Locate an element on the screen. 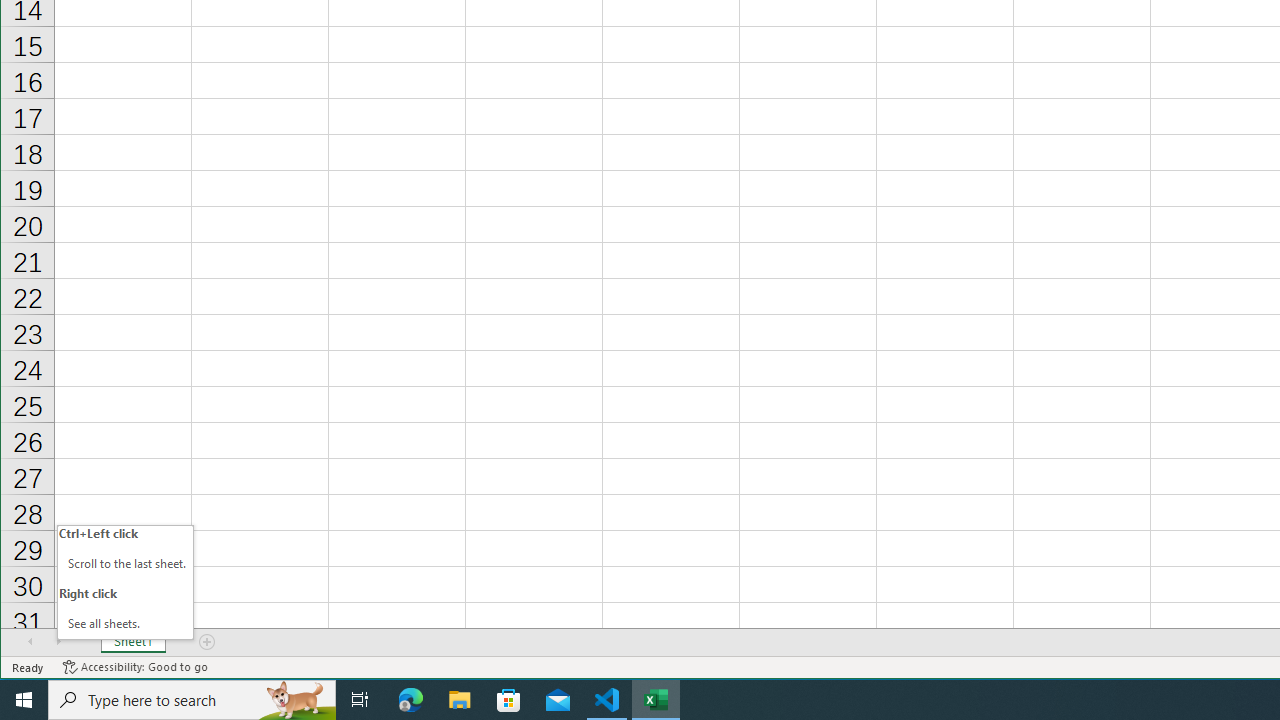 The width and height of the screenshot is (1280, 720). 'File Explorer' is located at coordinates (459, 698).